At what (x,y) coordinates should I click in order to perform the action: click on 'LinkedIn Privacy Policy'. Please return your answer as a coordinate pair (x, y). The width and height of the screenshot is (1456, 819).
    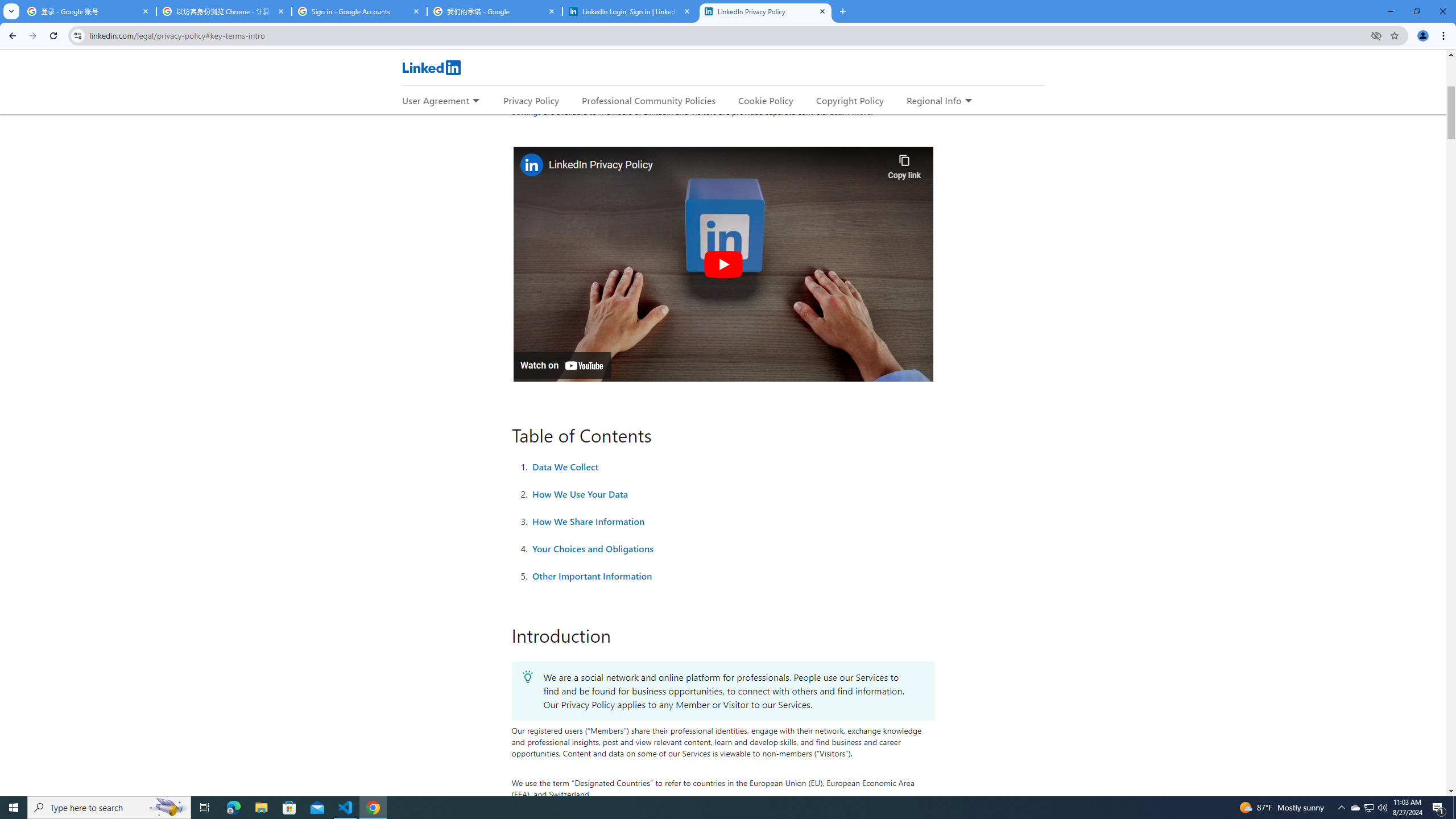
    Looking at the image, I should click on (765, 11).